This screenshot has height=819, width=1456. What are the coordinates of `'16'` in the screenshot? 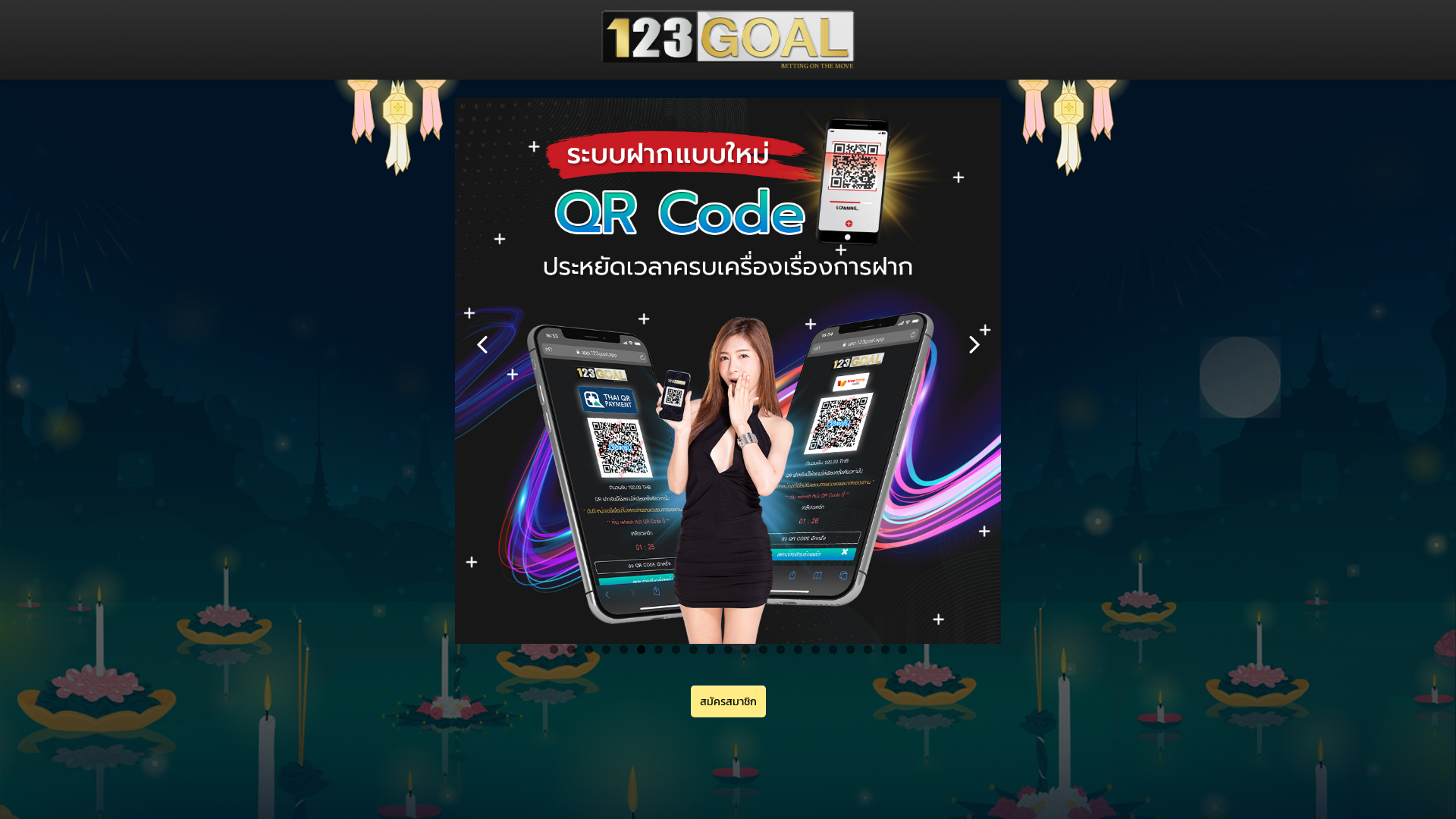 It's located at (814, 648).